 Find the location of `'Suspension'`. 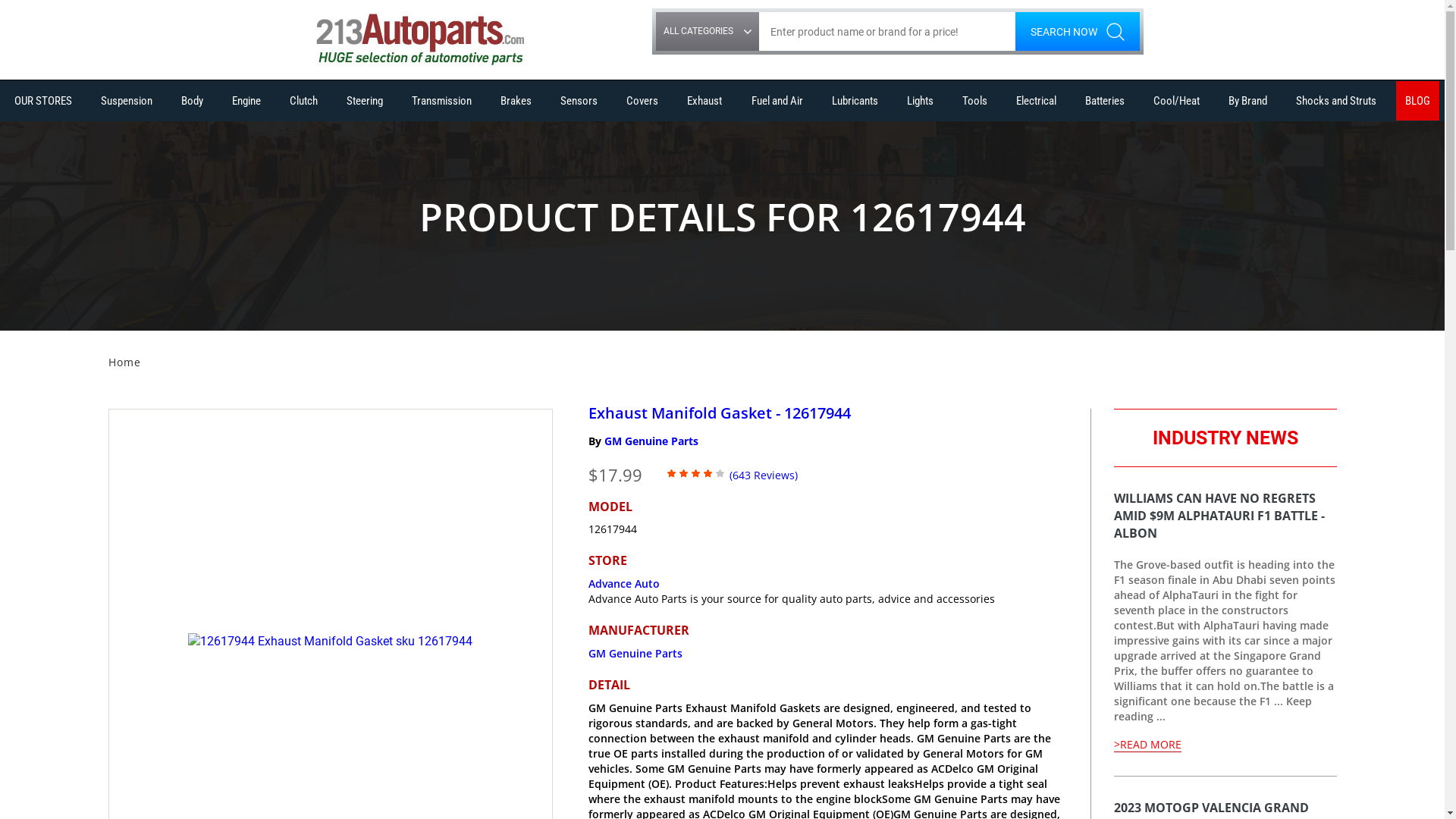

'Suspension' is located at coordinates (90, 100).